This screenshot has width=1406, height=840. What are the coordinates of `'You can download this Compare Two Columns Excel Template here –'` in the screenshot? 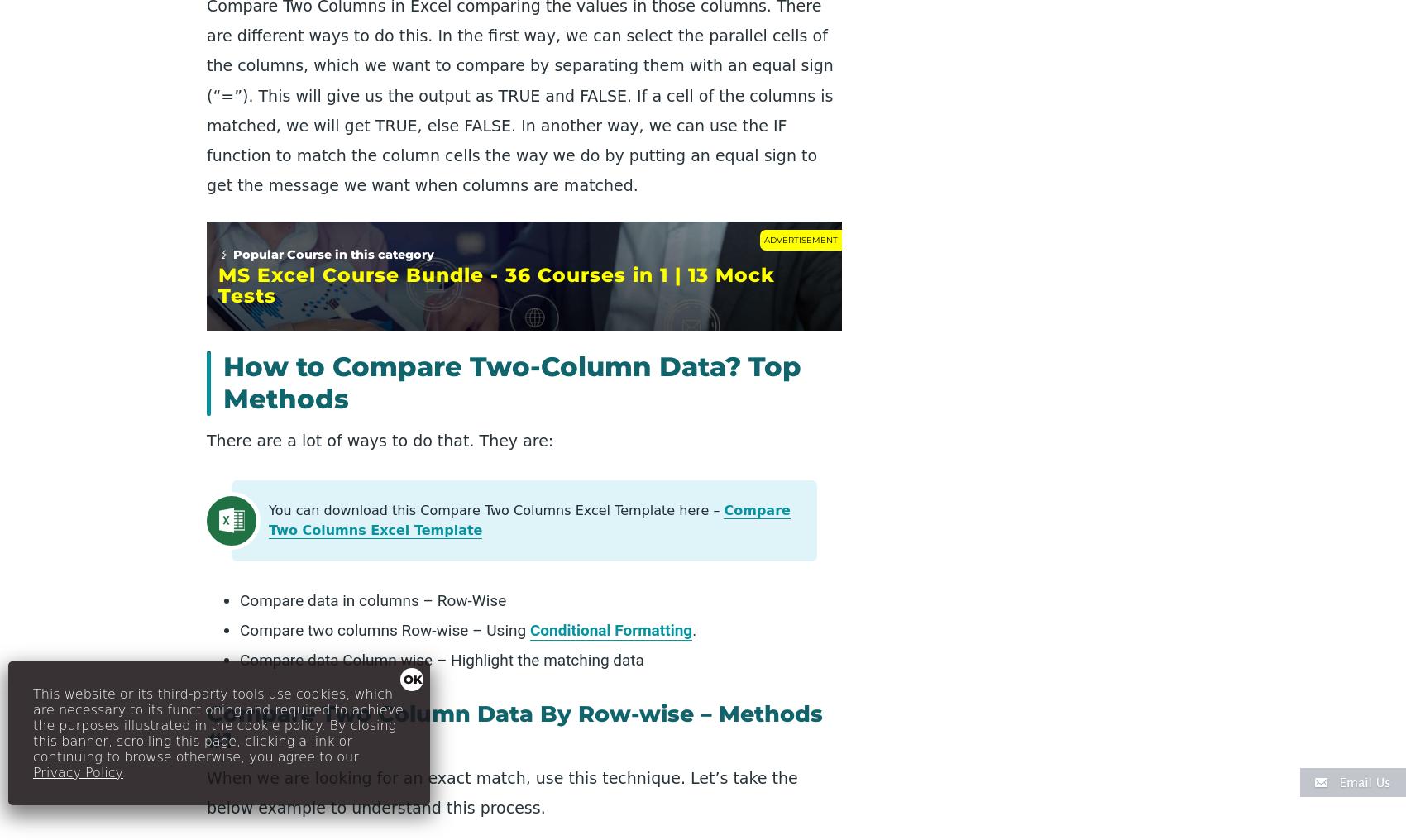 It's located at (495, 509).